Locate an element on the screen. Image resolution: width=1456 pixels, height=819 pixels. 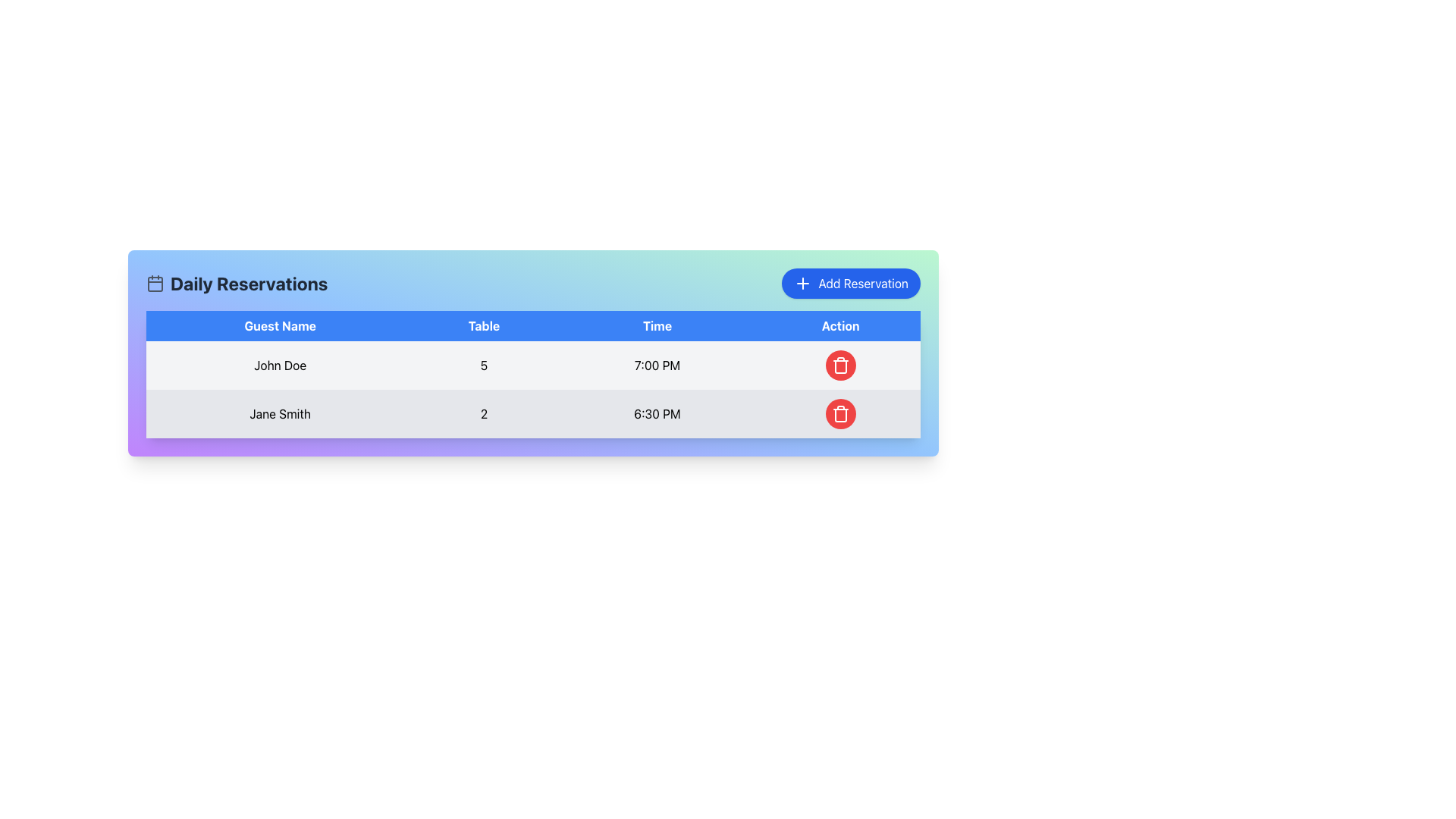
the table cell content representing a guest name in the first column of the first row under 'Guest Name' in the 'Daily Reservations' table is located at coordinates (280, 366).